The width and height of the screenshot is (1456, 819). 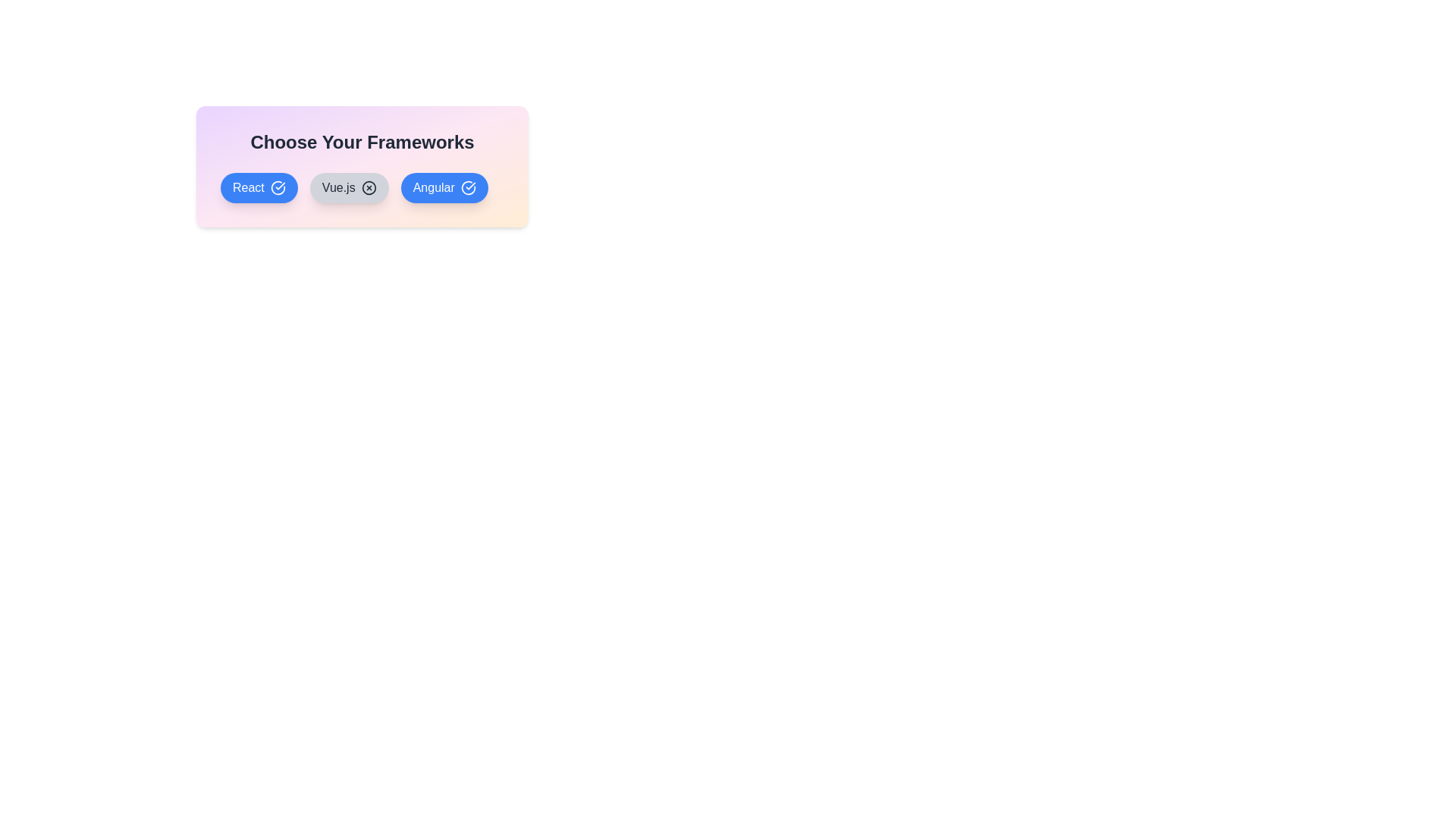 I want to click on the chip labeled Vue.js, so click(x=348, y=187).